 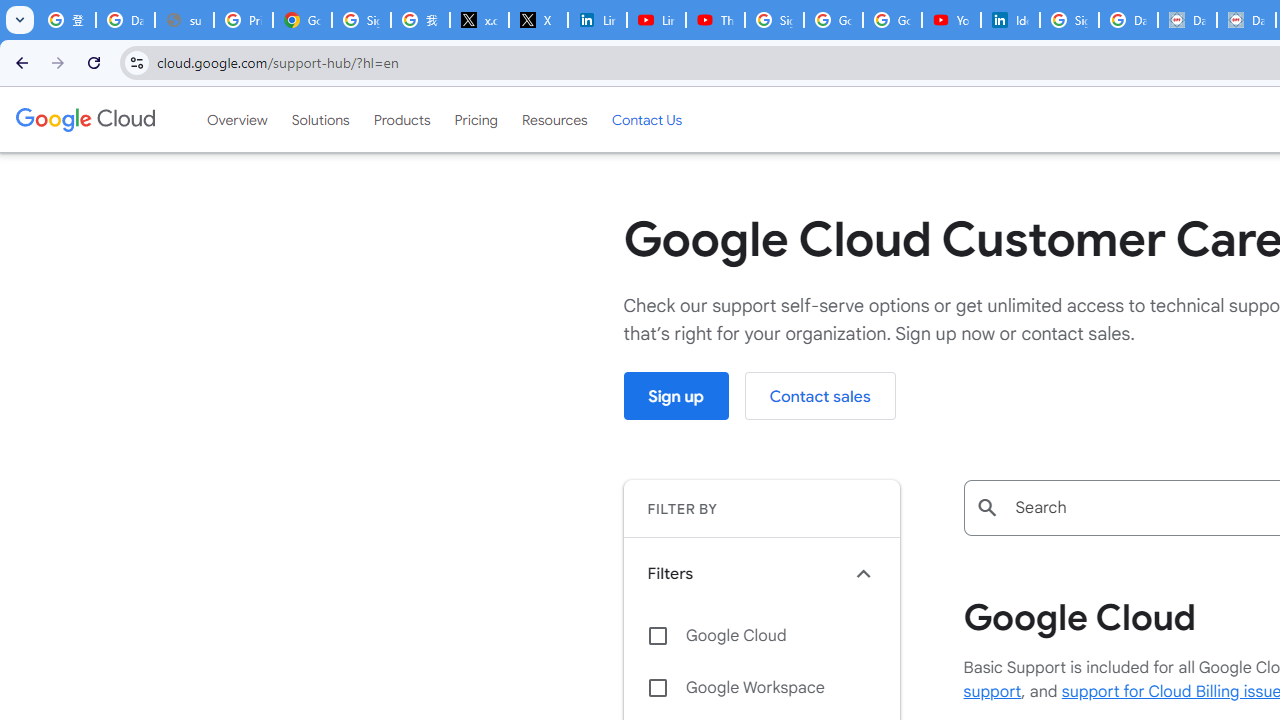 What do you see at coordinates (400, 119) in the screenshot?
I see `'Products'` at bounding box center [400, 119].